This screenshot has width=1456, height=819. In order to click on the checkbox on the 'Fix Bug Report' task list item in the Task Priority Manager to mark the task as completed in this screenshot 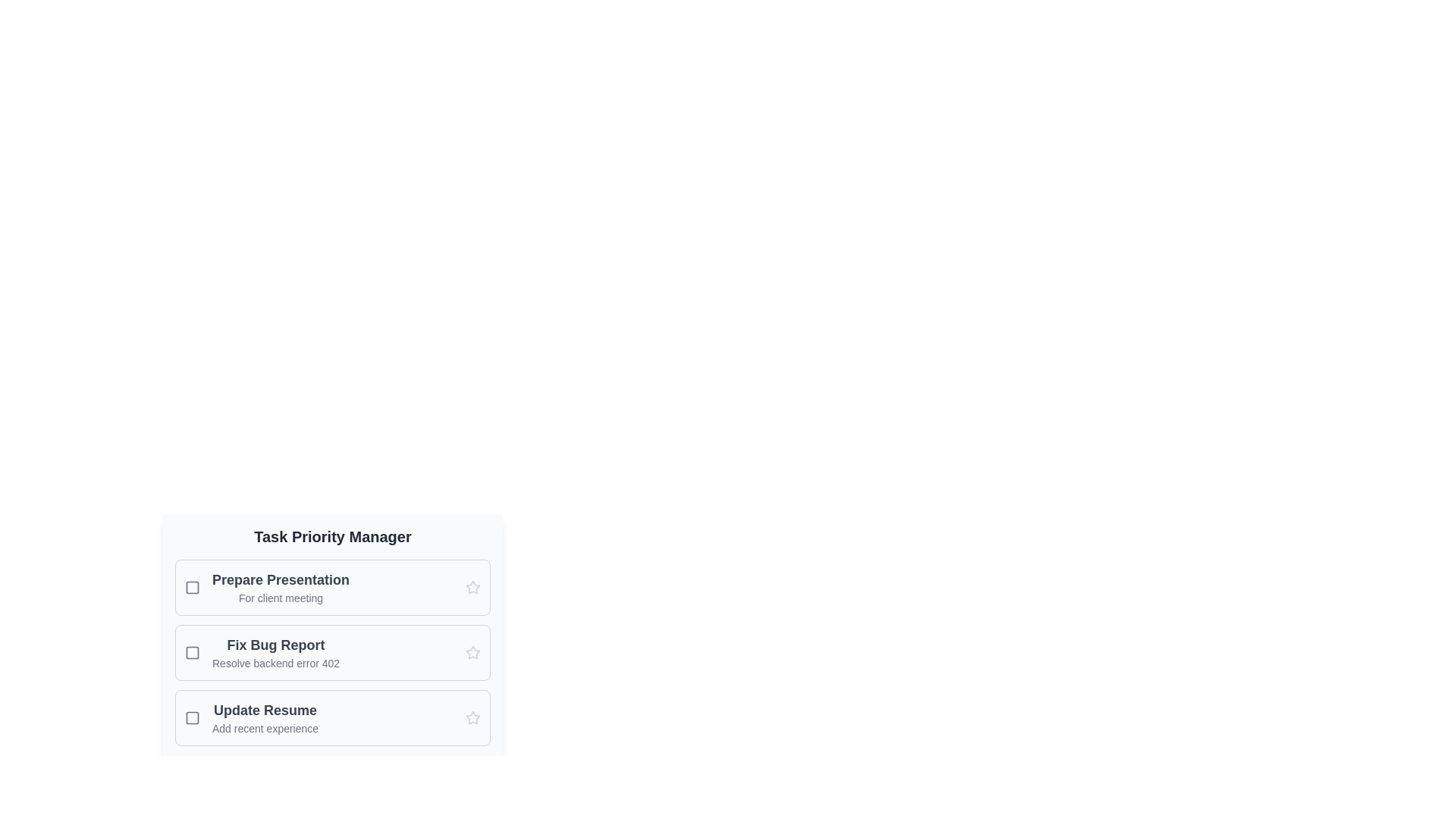, I will do `click(331, 651)`.